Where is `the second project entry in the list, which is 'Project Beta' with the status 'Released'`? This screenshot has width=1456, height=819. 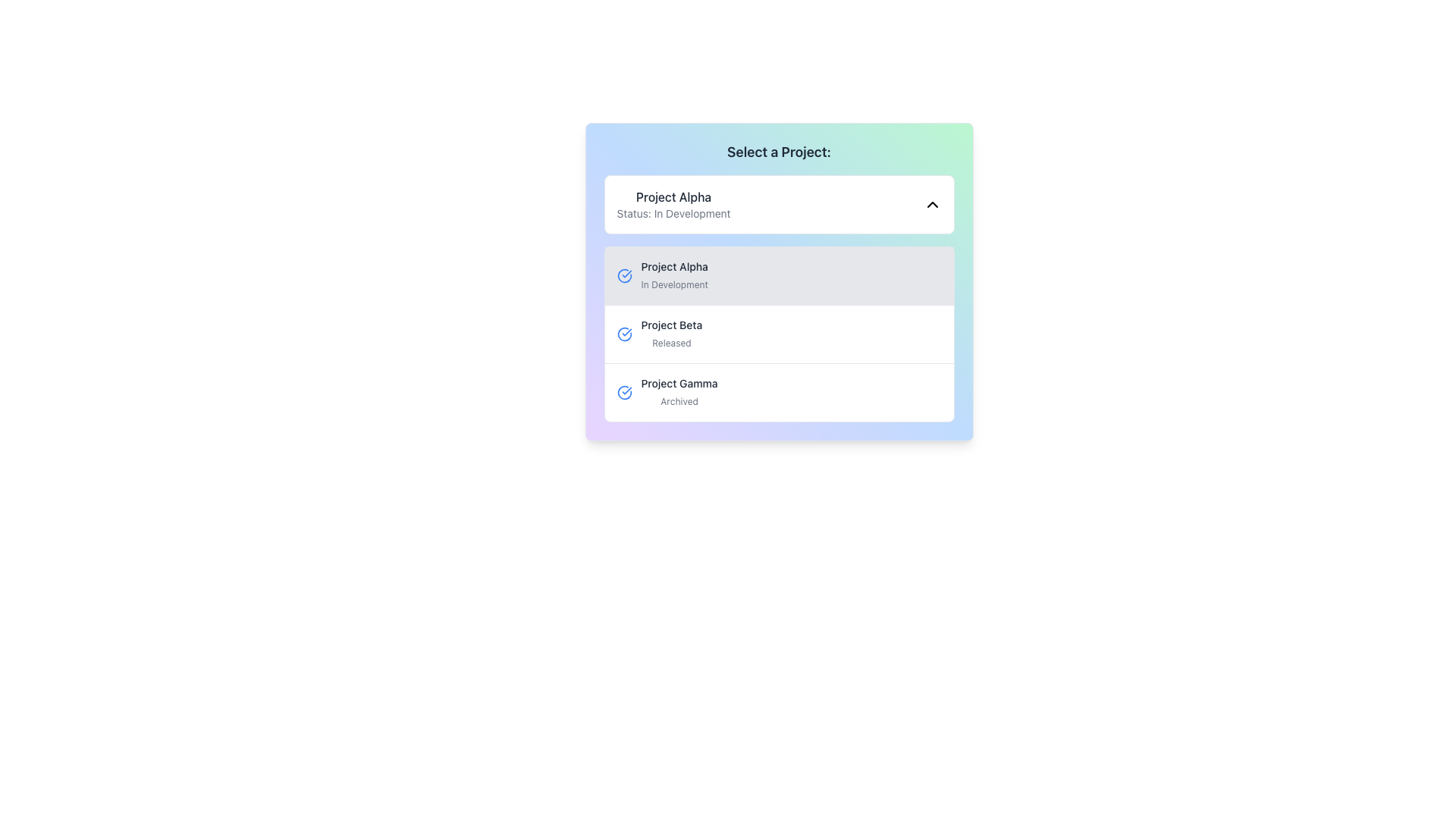
the second project entry in the list, which is 'Project Beta' with the status 'Released' is located at coordinates (779, 333).